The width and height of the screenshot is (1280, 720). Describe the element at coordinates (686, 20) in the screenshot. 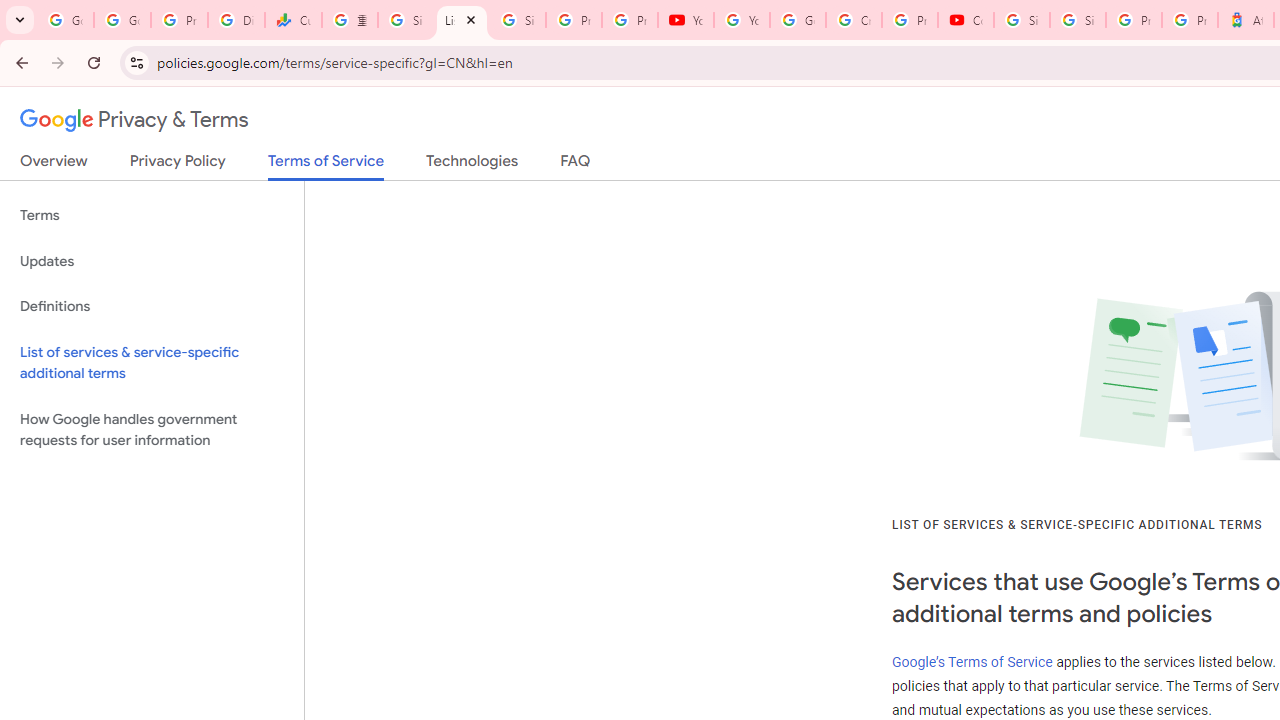

I see `'YouTube'` at that location.